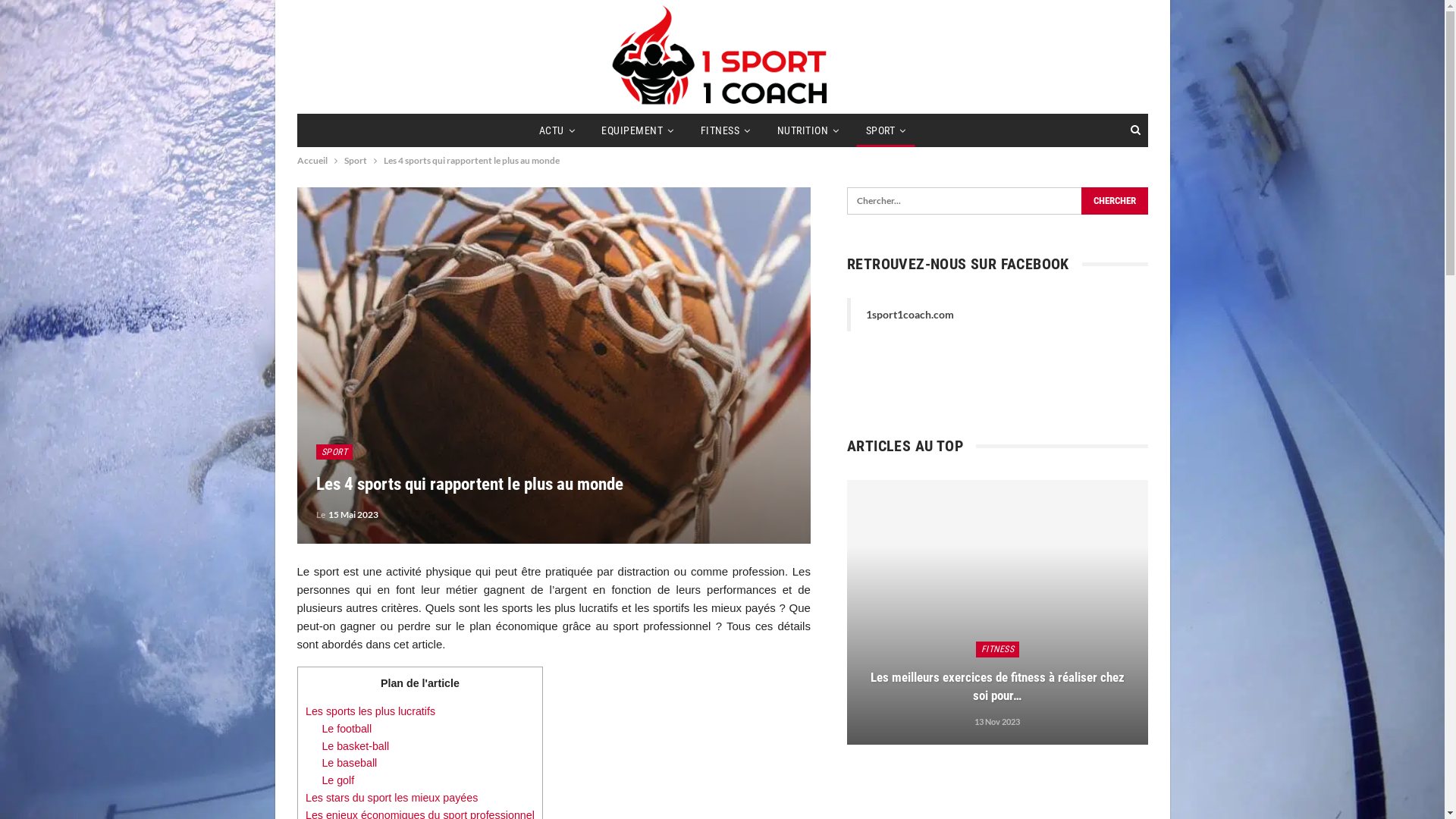  I want to click on 'Le football', so click(320, 727).